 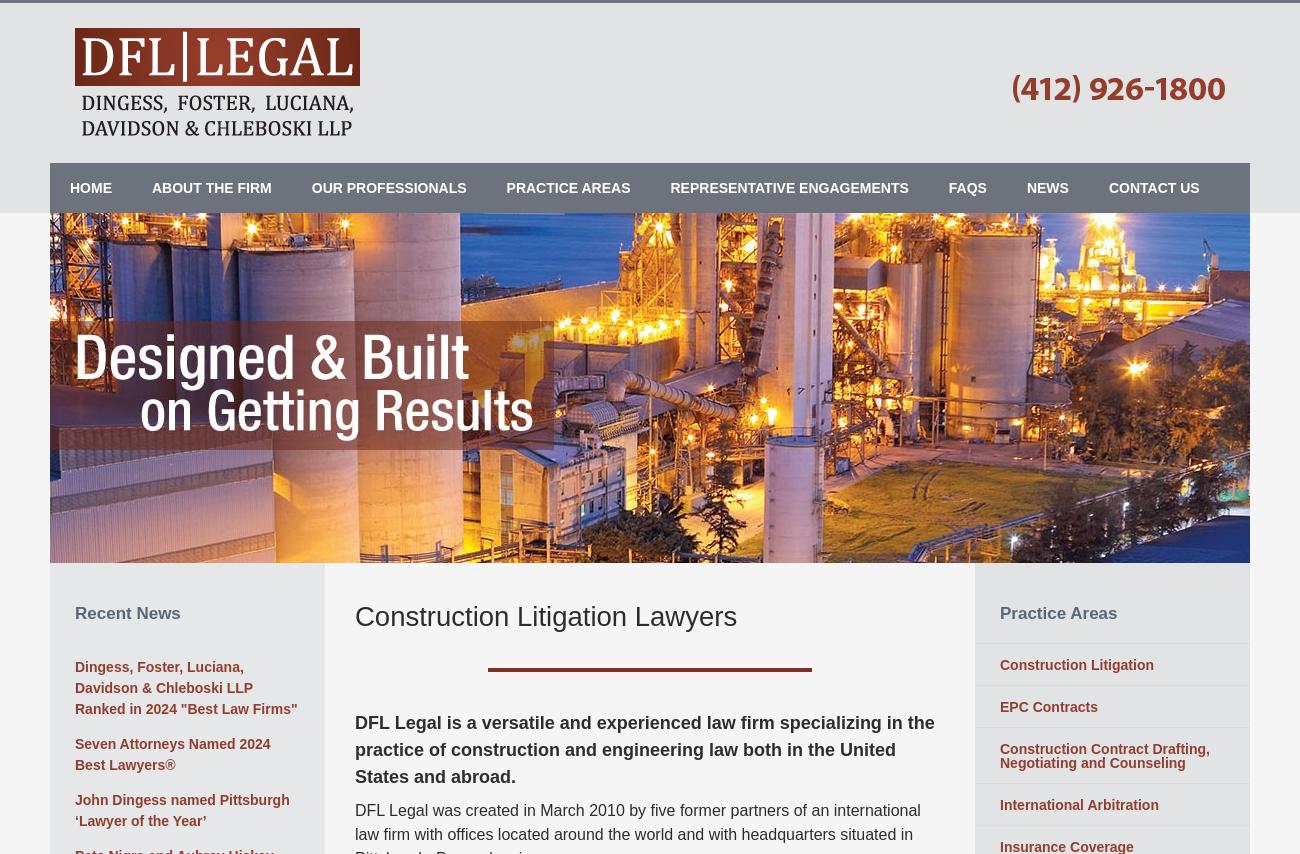 I want to click on 'Contact Us', so click(x=1153, y=186).